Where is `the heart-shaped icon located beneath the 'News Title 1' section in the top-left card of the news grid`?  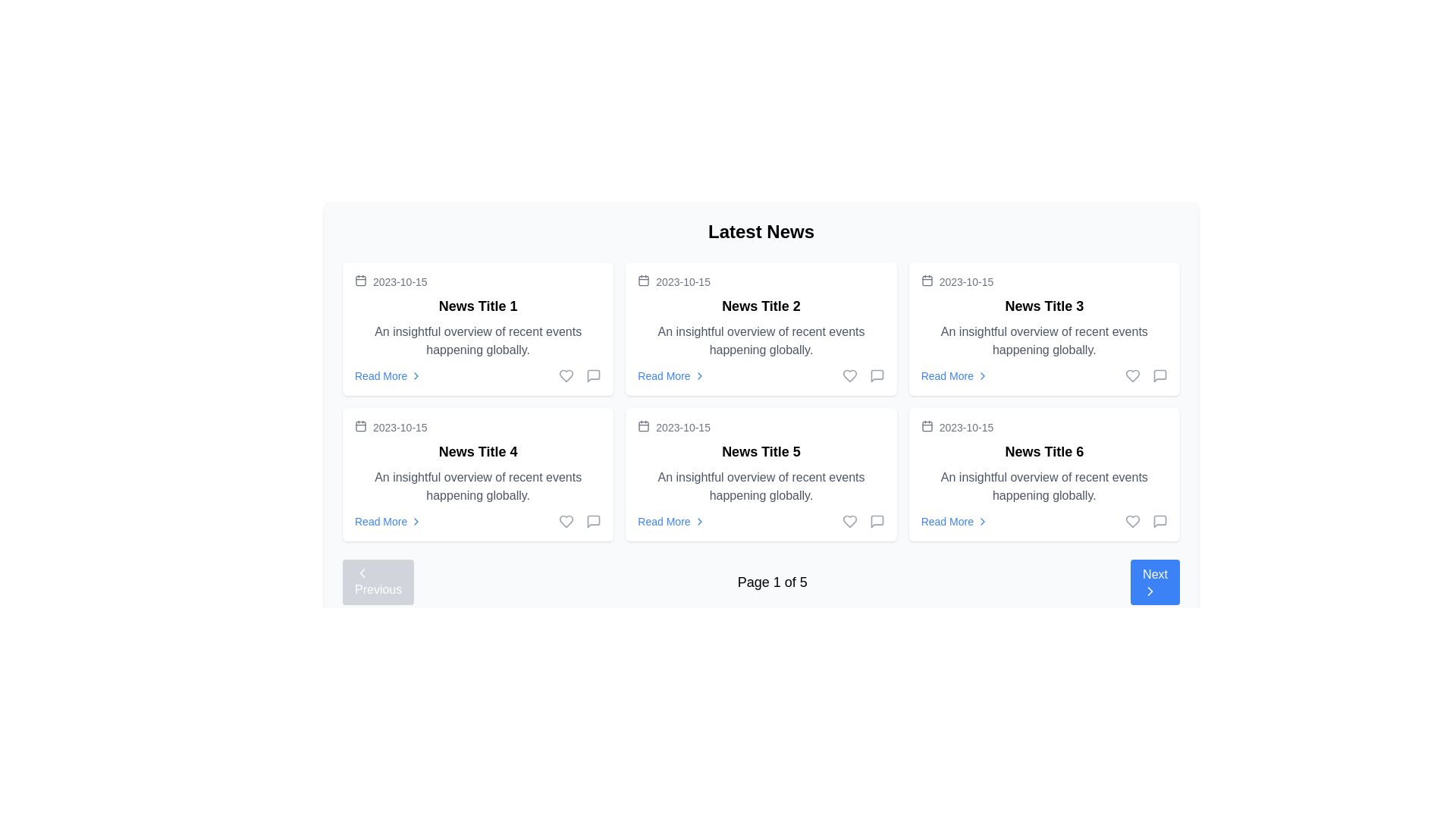
the heart-shaped icon located beneath the 'News Title 1' section in the top-left card of the news grid is located at coordinates (566, 375).